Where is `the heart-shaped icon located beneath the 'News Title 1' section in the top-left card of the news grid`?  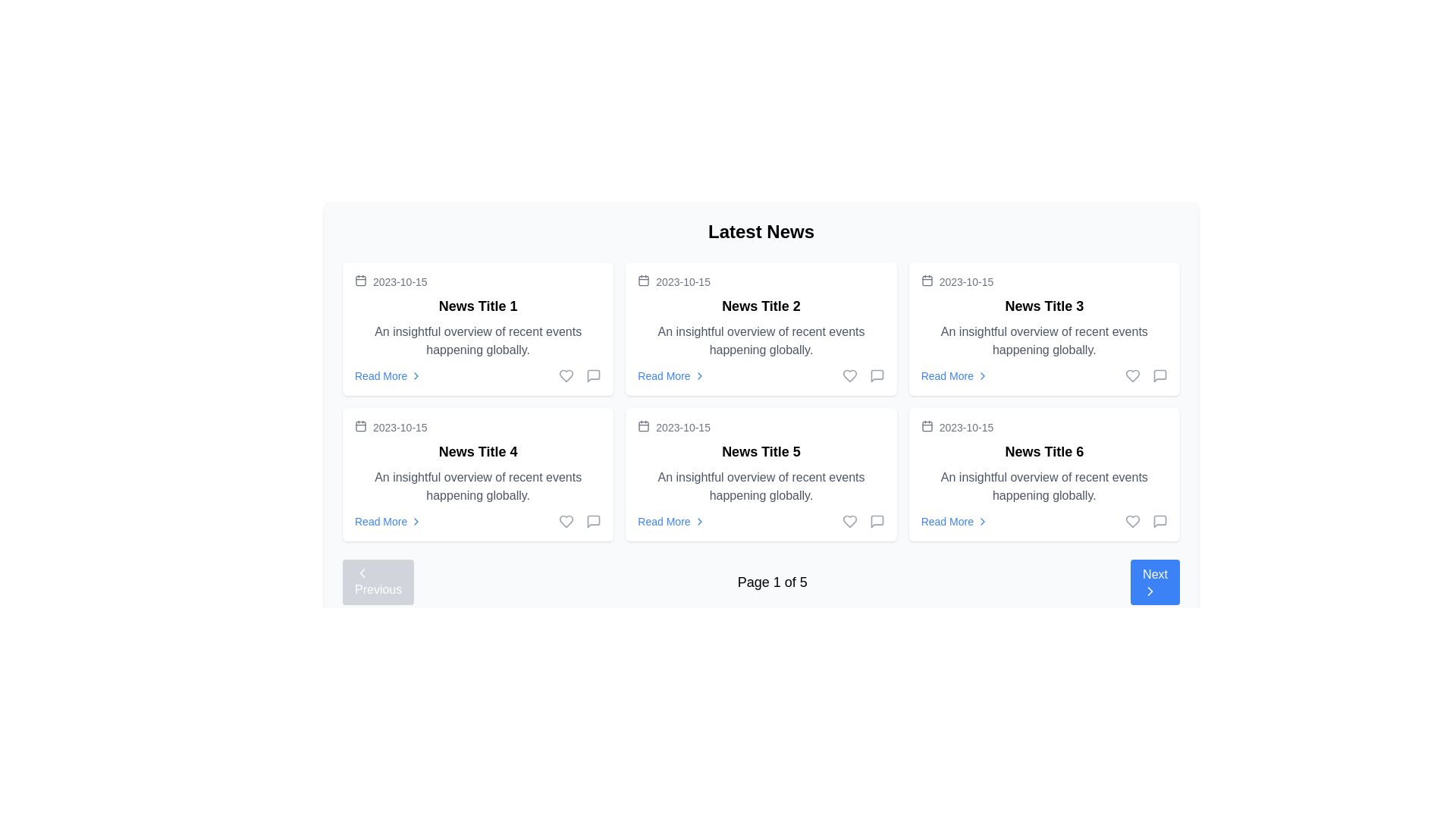
the heart-shaped icon located beneath the 'News Title 1' section in the top-left card of the news grid is located at coordinates (566, 375).